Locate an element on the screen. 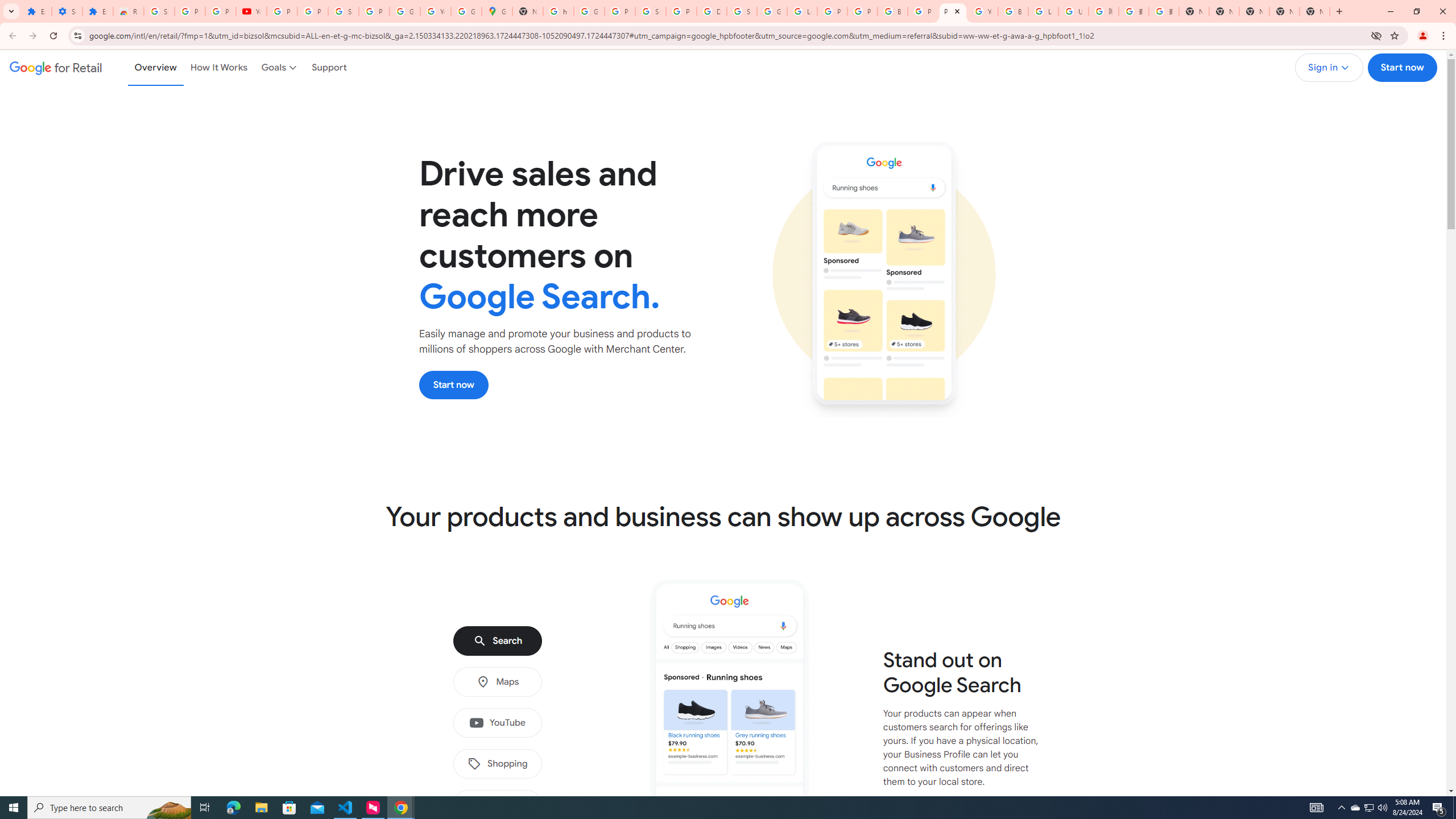 This screenshot has width=1456, height=819. 'Google Account' is located at coordinates (404, 11).